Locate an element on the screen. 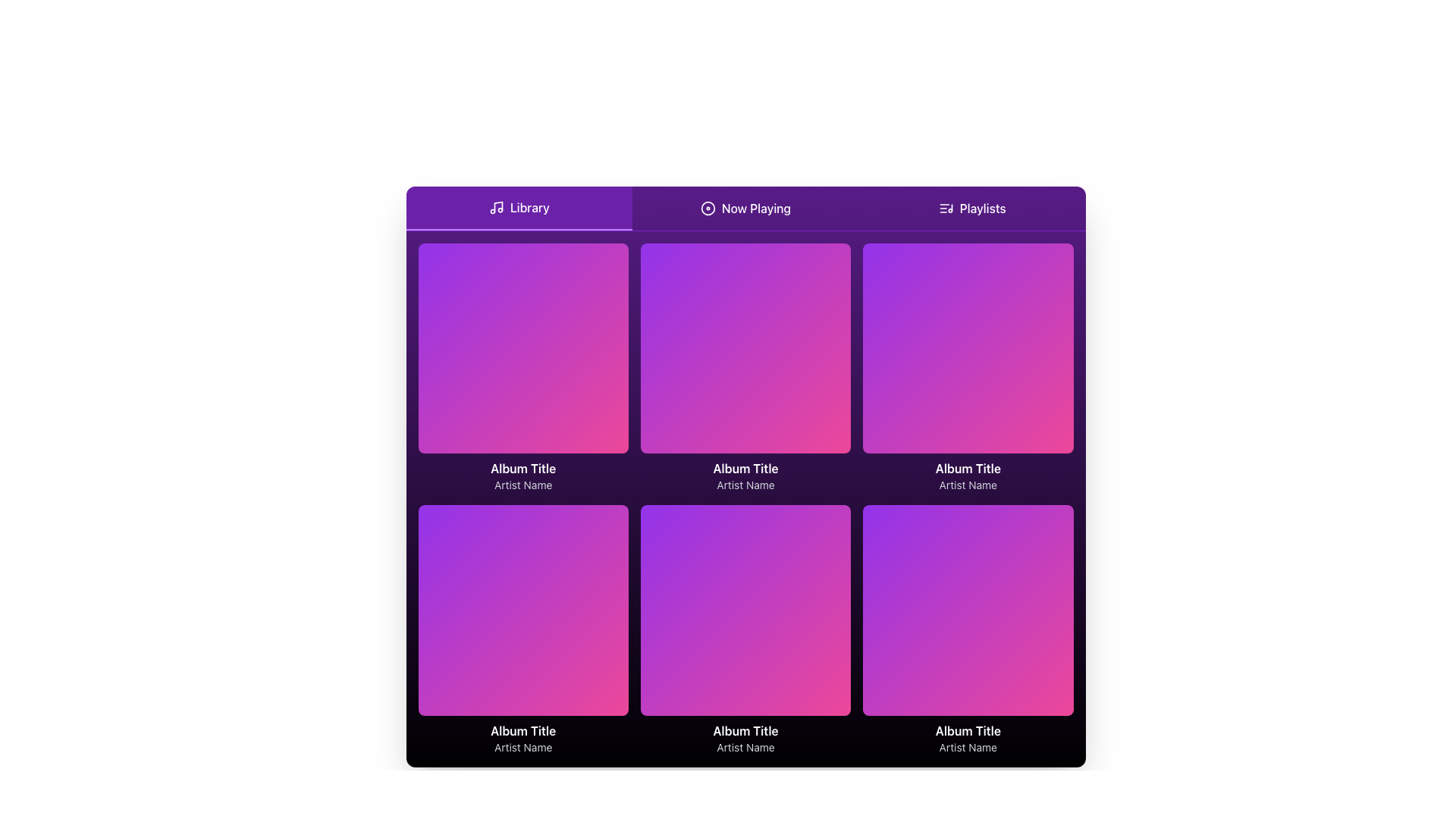  text block displaying 'Album Title' and 'Artist Name', which is centered at the bottom row of a 3x2 grid layout is located at coordinates (523, 737).